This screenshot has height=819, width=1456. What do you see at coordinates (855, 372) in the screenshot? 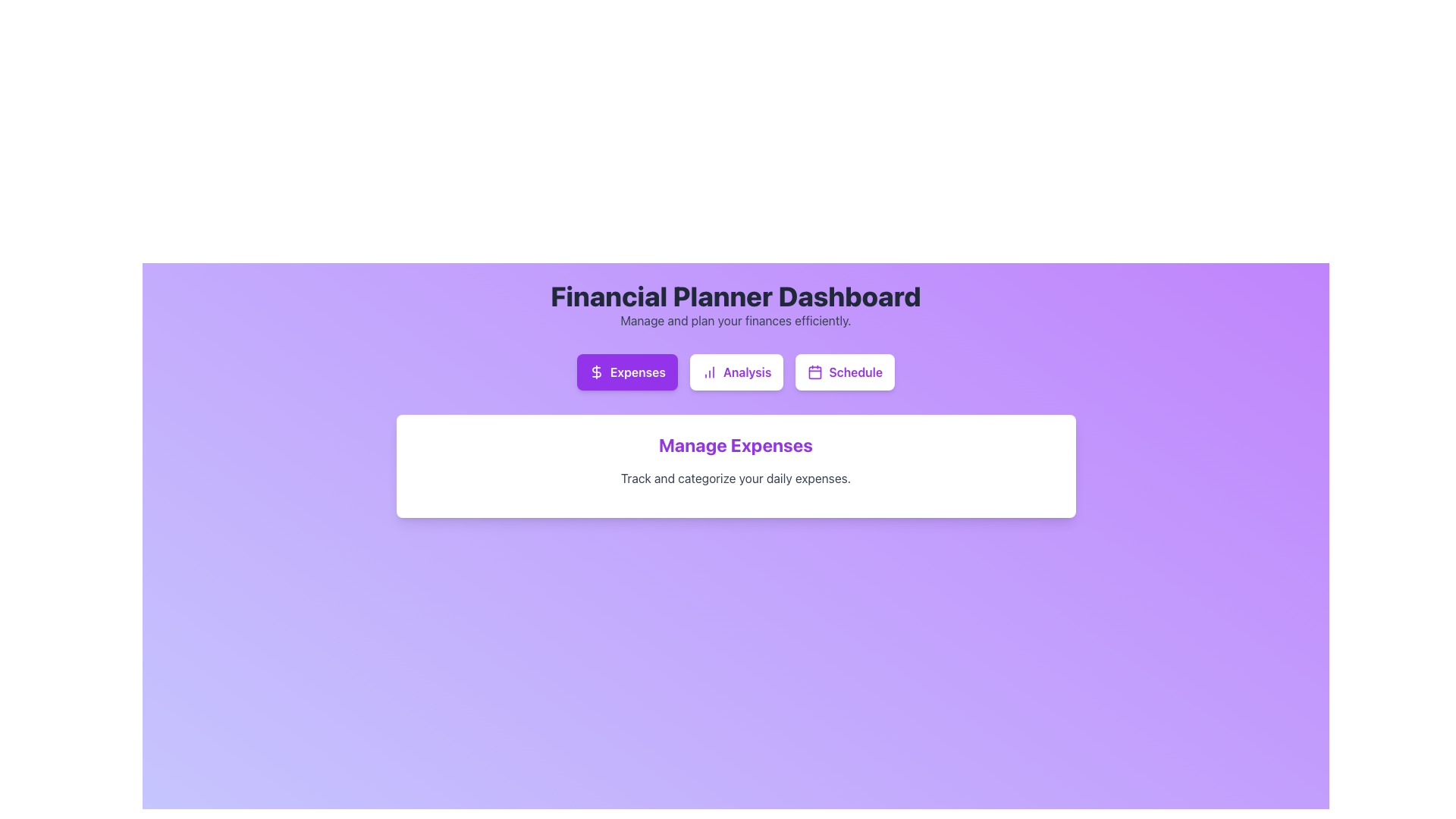
I see `the 'Schedule' button, which is the third button from the left in the row below 'Financial Planner Dashboard', styled with purple text and a calendar icon` at bounding box center [855, 372].